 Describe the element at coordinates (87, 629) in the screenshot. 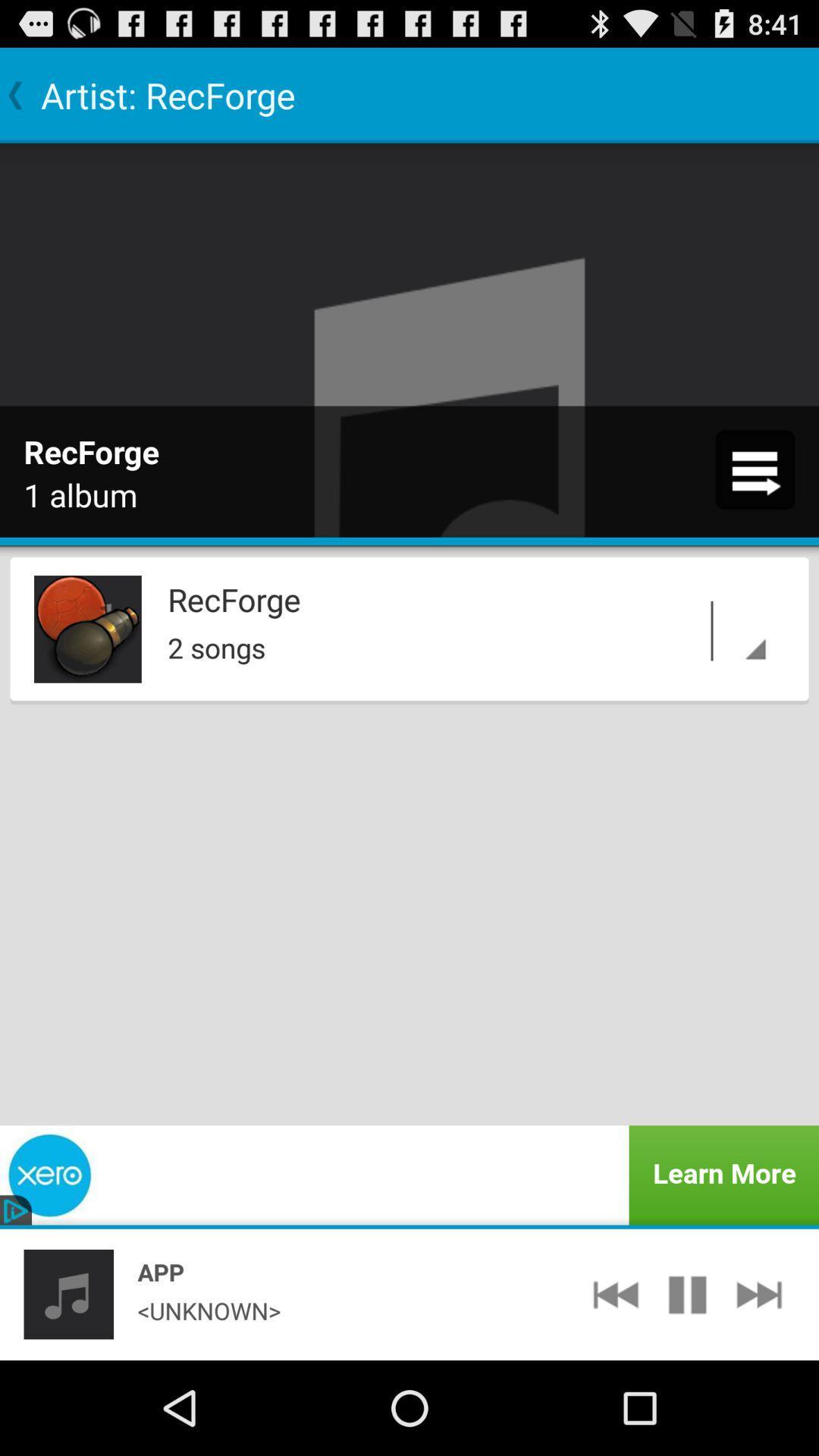

I see `icon next to the recforge app` at that location.